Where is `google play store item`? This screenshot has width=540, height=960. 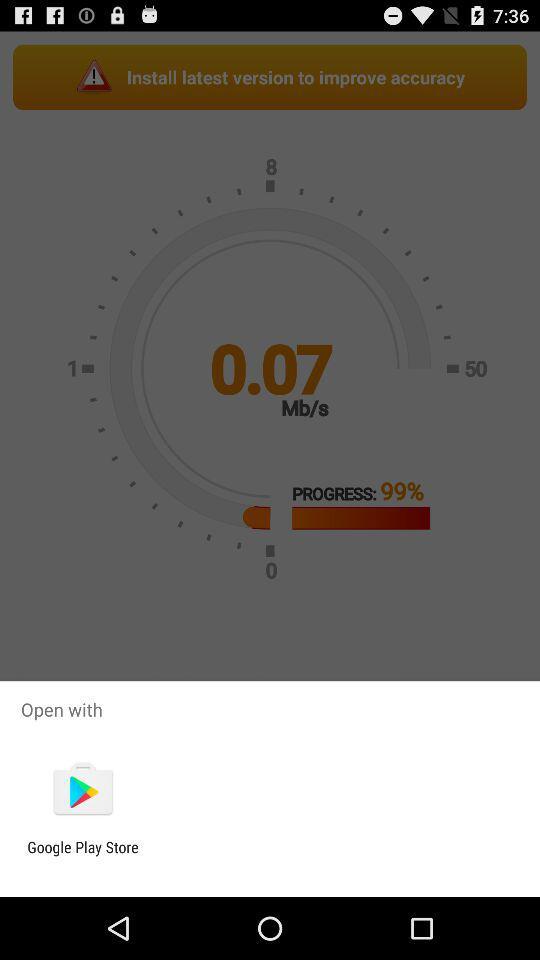
google play store item is located at coordinates (82, 855).